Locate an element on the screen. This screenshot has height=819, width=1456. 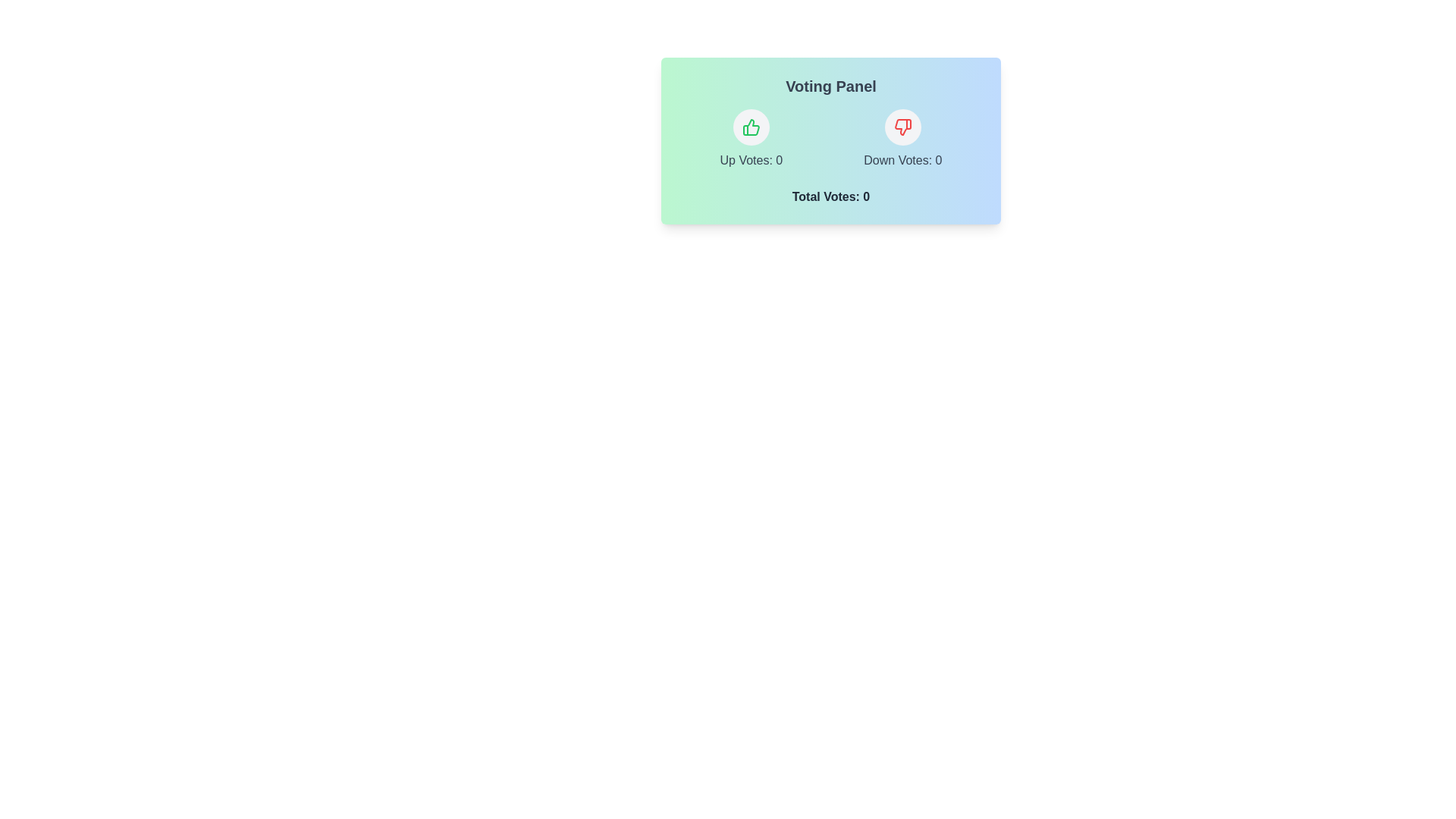
the 'Down Votes' button in the 'Voting Panel' is located at coordinates (902, 127).